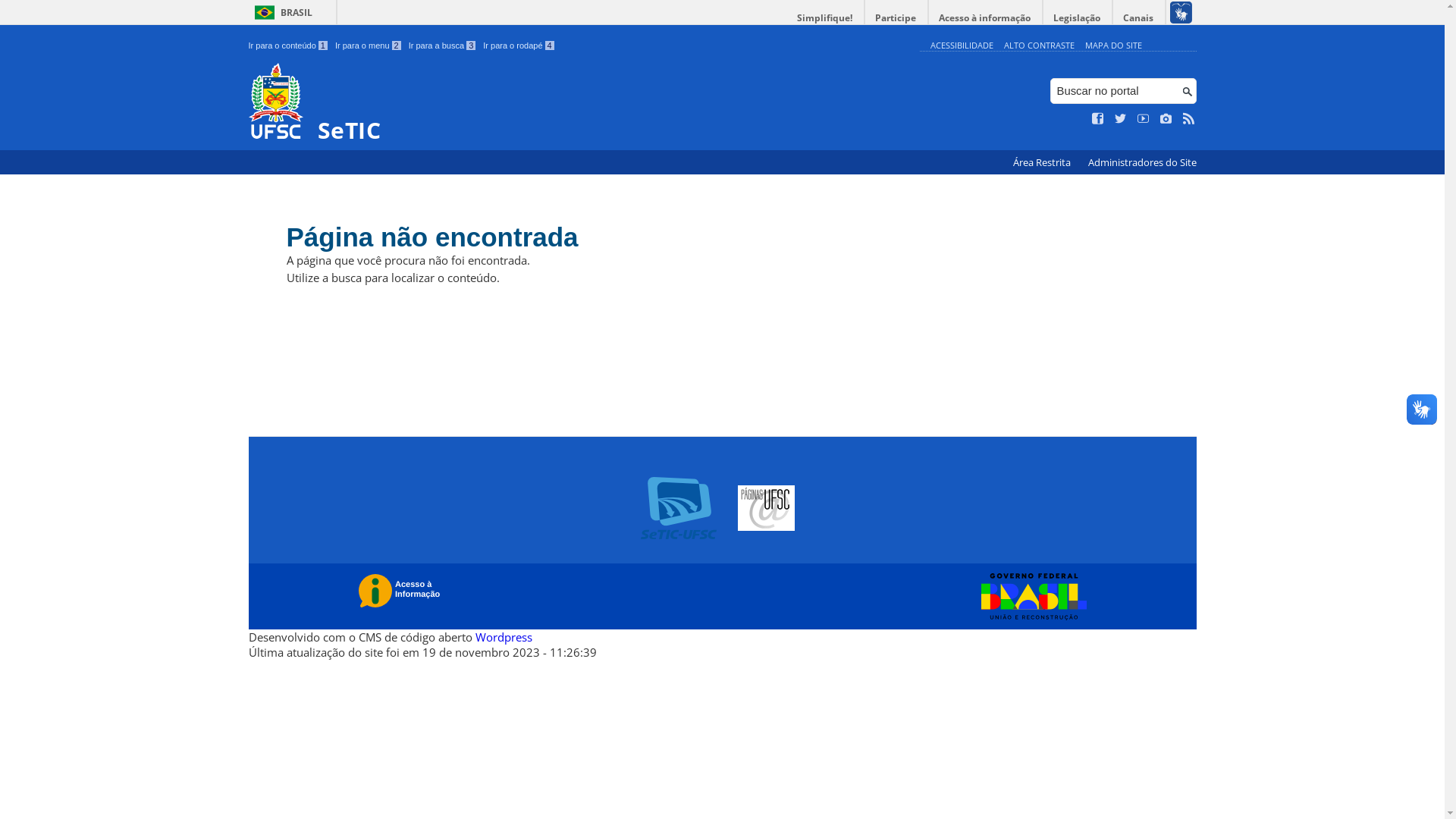 This screenshot has height=819, width=1456. Describe the element at coordinates (1141, 162) in the screenshot. I see `'Administradores do Site'` at that location.